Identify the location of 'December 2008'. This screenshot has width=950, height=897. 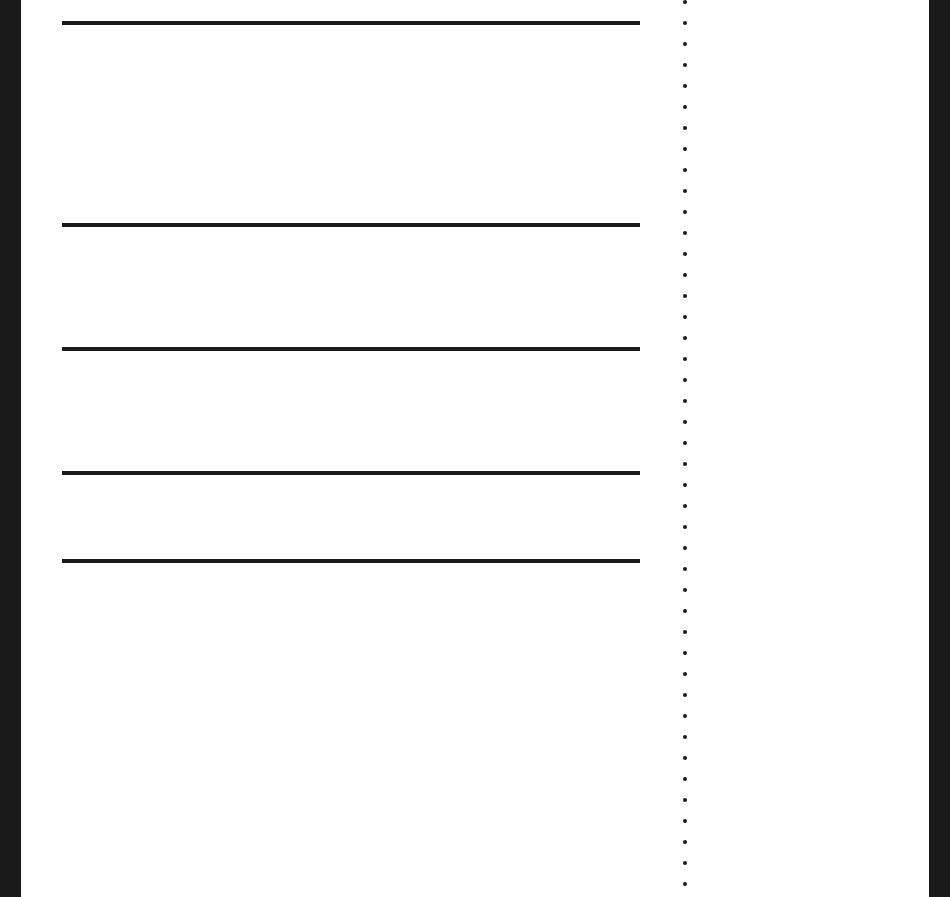
(737, 188).